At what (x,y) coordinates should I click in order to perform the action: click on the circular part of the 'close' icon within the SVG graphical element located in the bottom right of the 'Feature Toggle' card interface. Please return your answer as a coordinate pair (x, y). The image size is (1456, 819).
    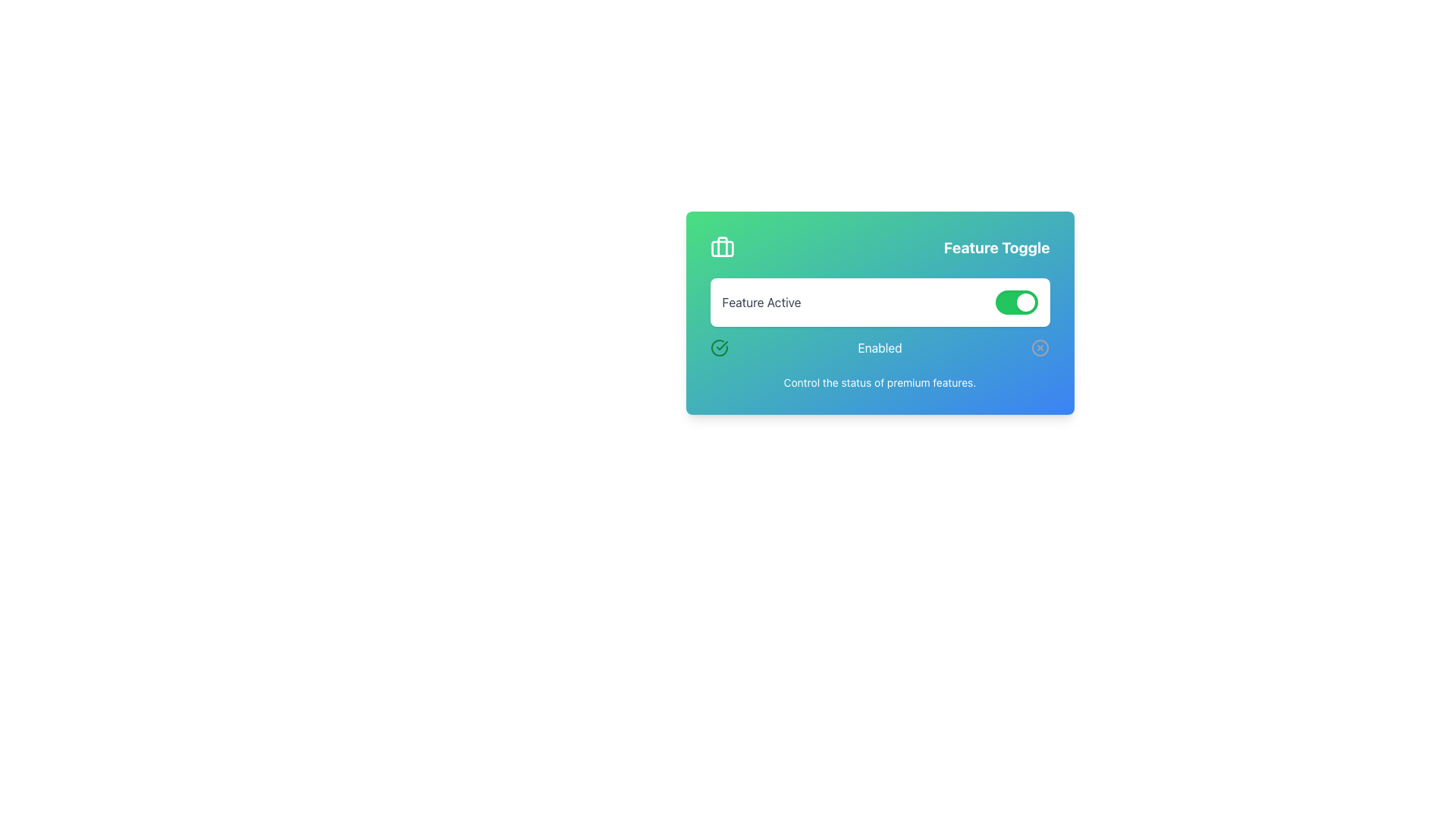
    Looking at the image, I should click on (1040, 348).